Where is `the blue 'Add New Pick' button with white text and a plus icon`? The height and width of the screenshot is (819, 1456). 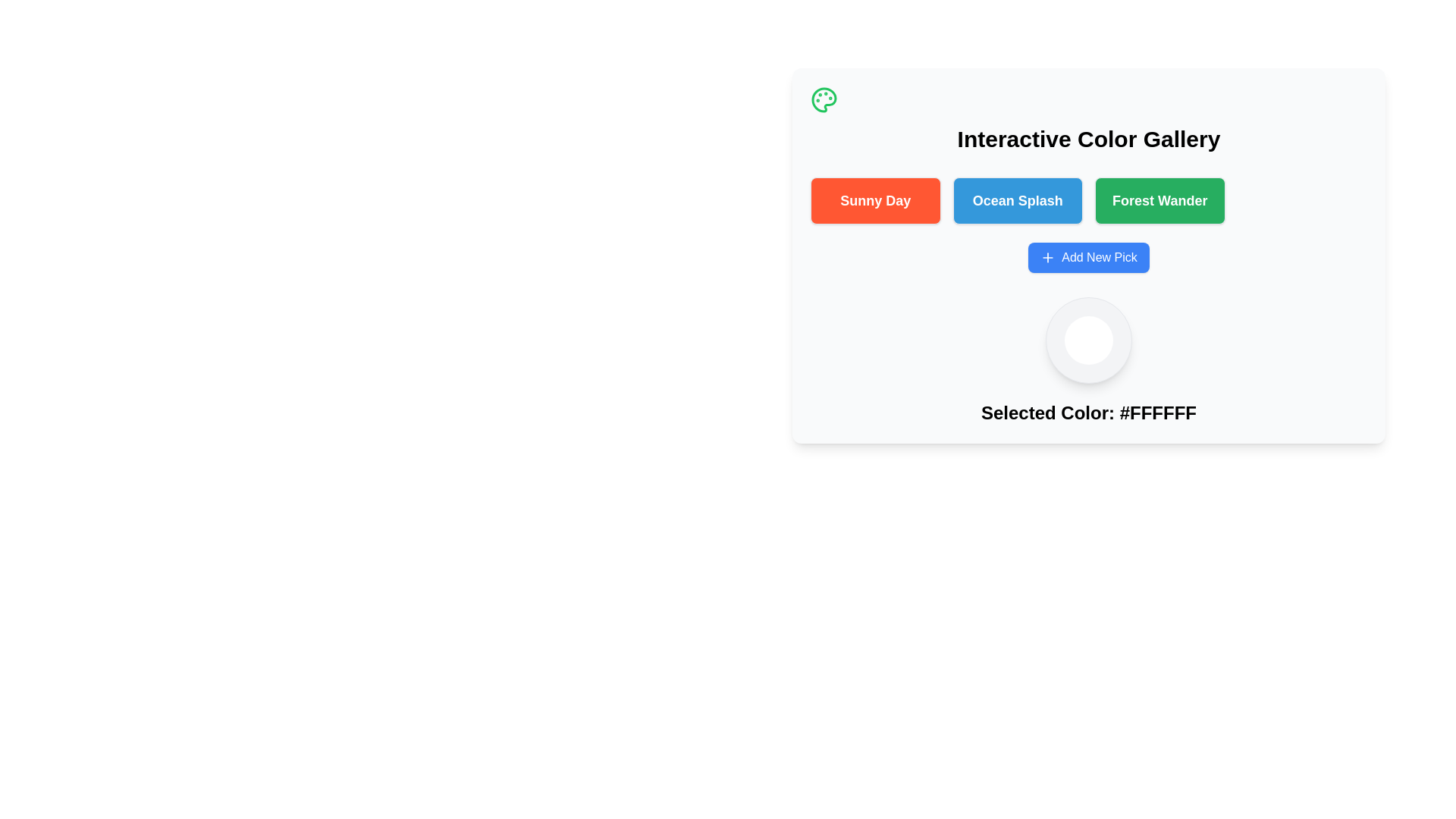 the blue 'Add New Pick' button with white text and a plus icon is located at coordinates (1087, 256).